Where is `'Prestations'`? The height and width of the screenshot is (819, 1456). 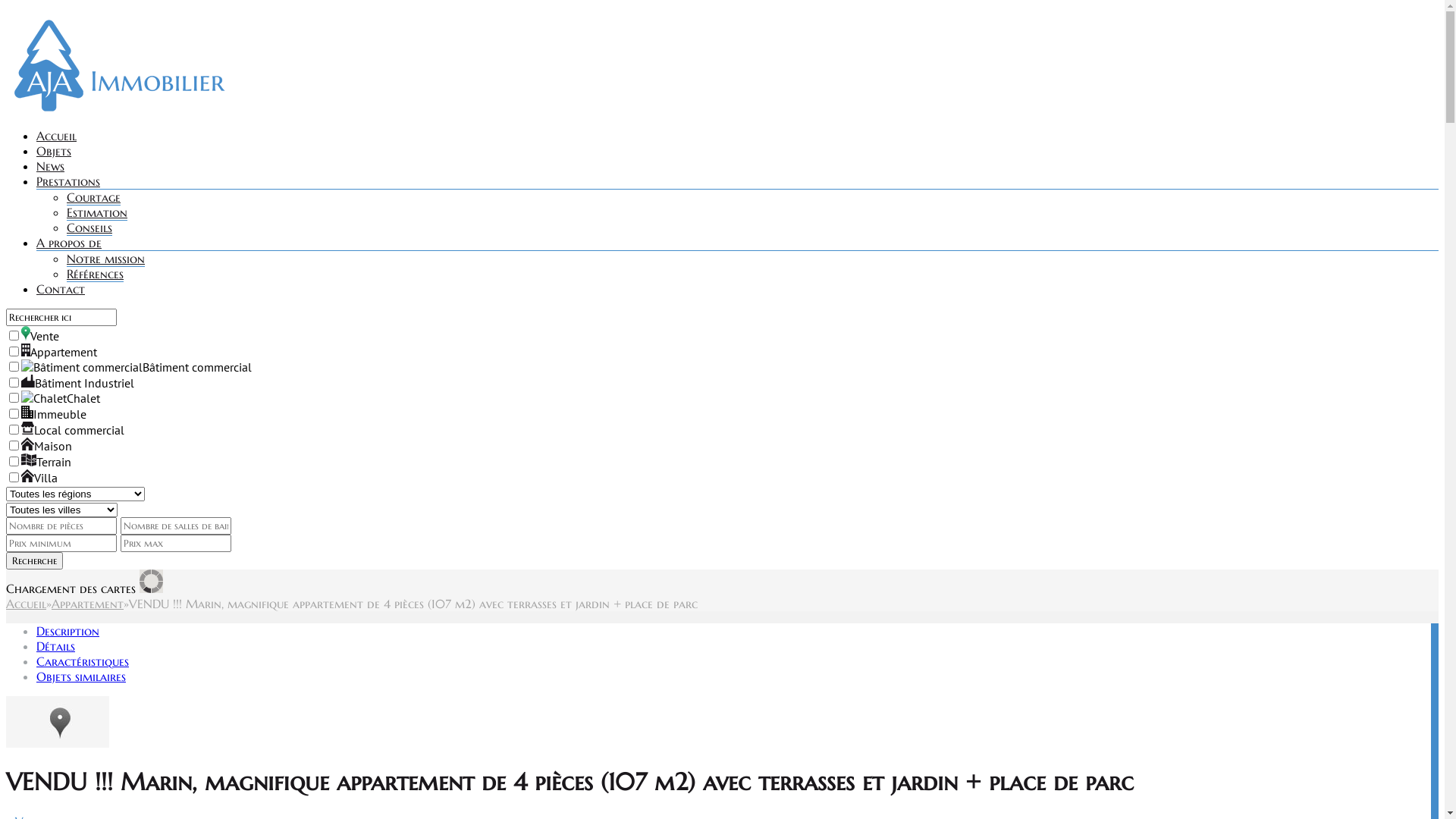
'Prestations' is located at coordinates (67, 180).